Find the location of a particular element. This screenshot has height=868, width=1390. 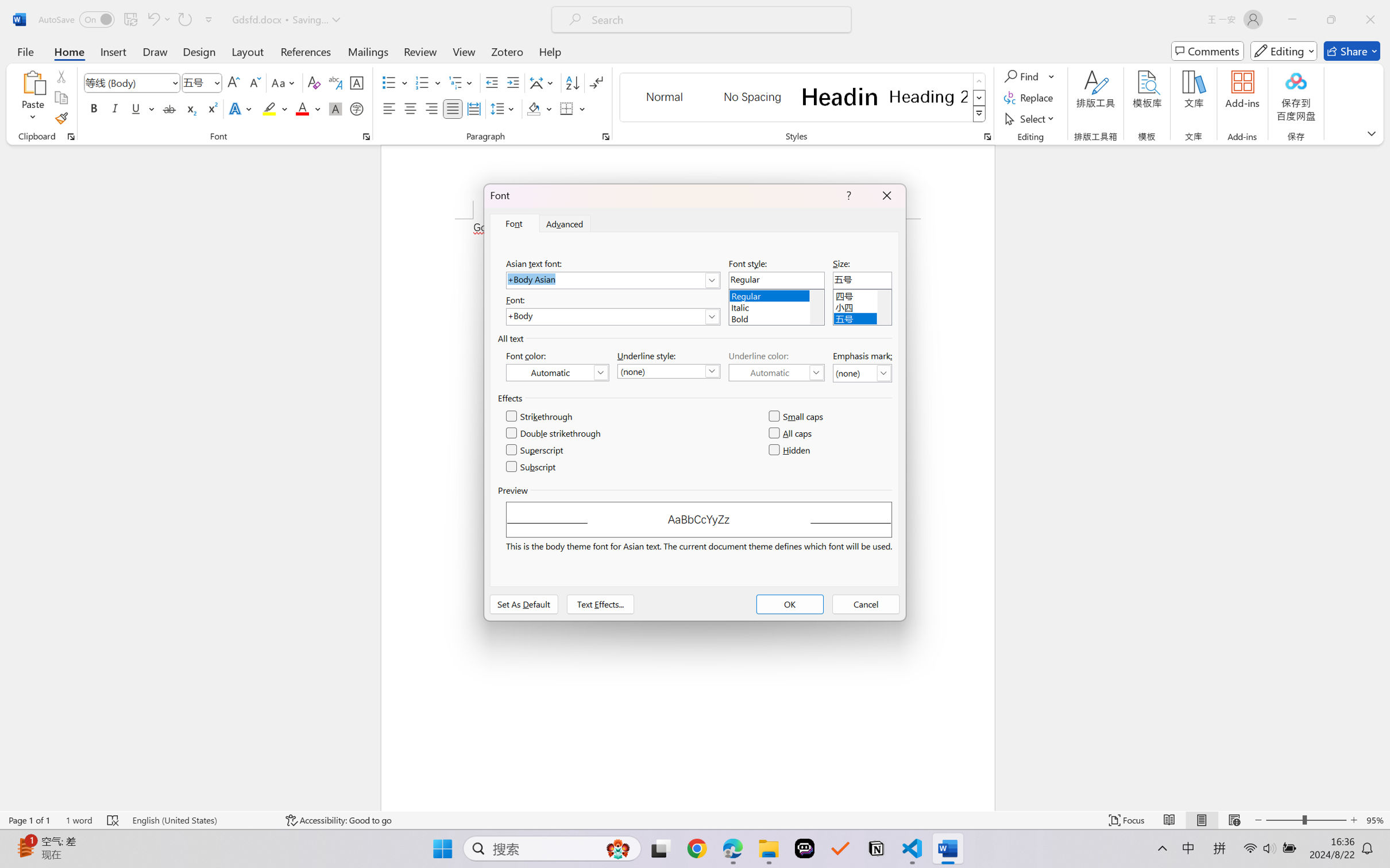

'Sort...' is located at coordinates (572, 83).